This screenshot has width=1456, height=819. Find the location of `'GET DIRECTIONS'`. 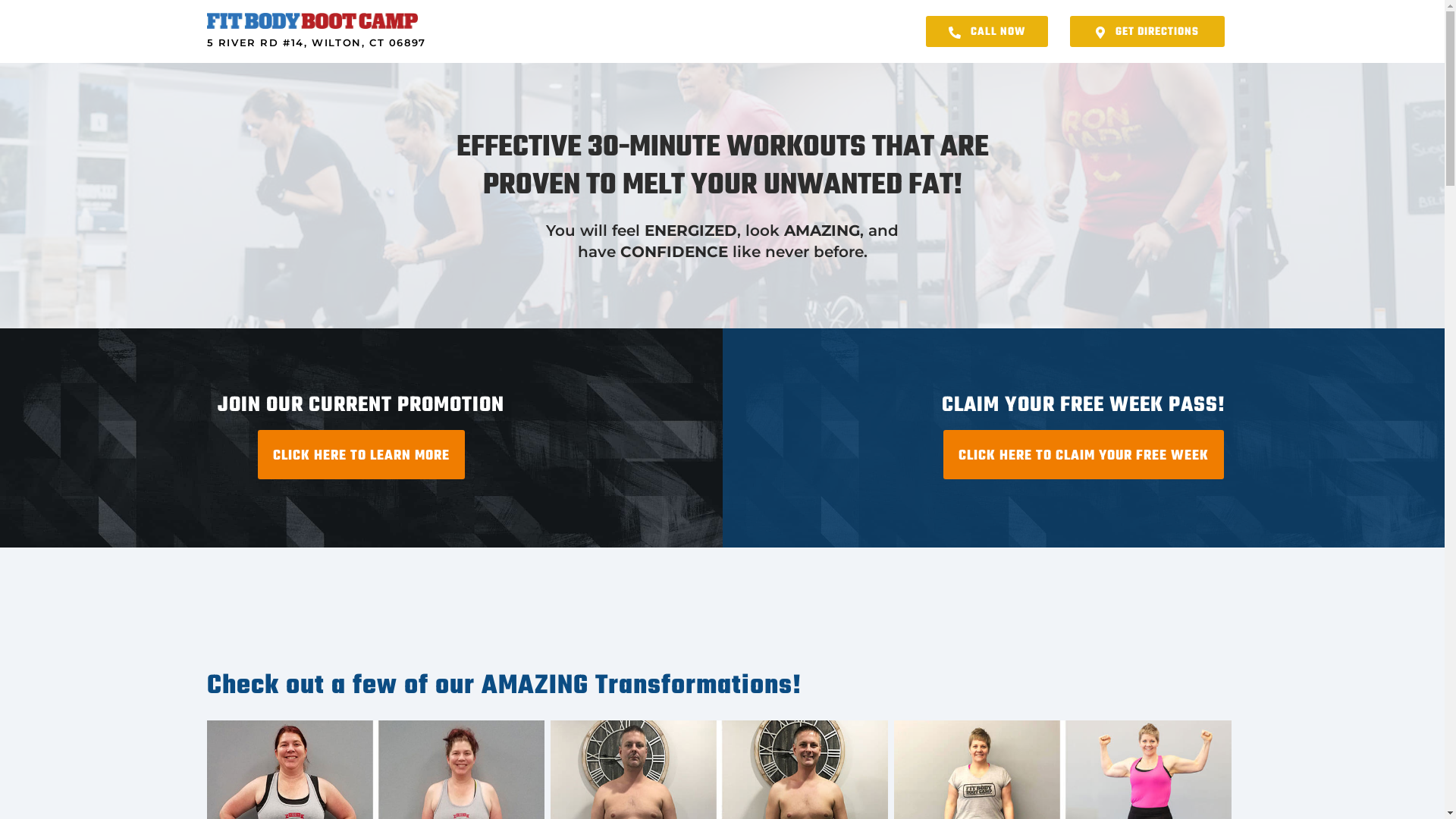

'GET DIRECTIONS' is located at coordinates (1147, 31).